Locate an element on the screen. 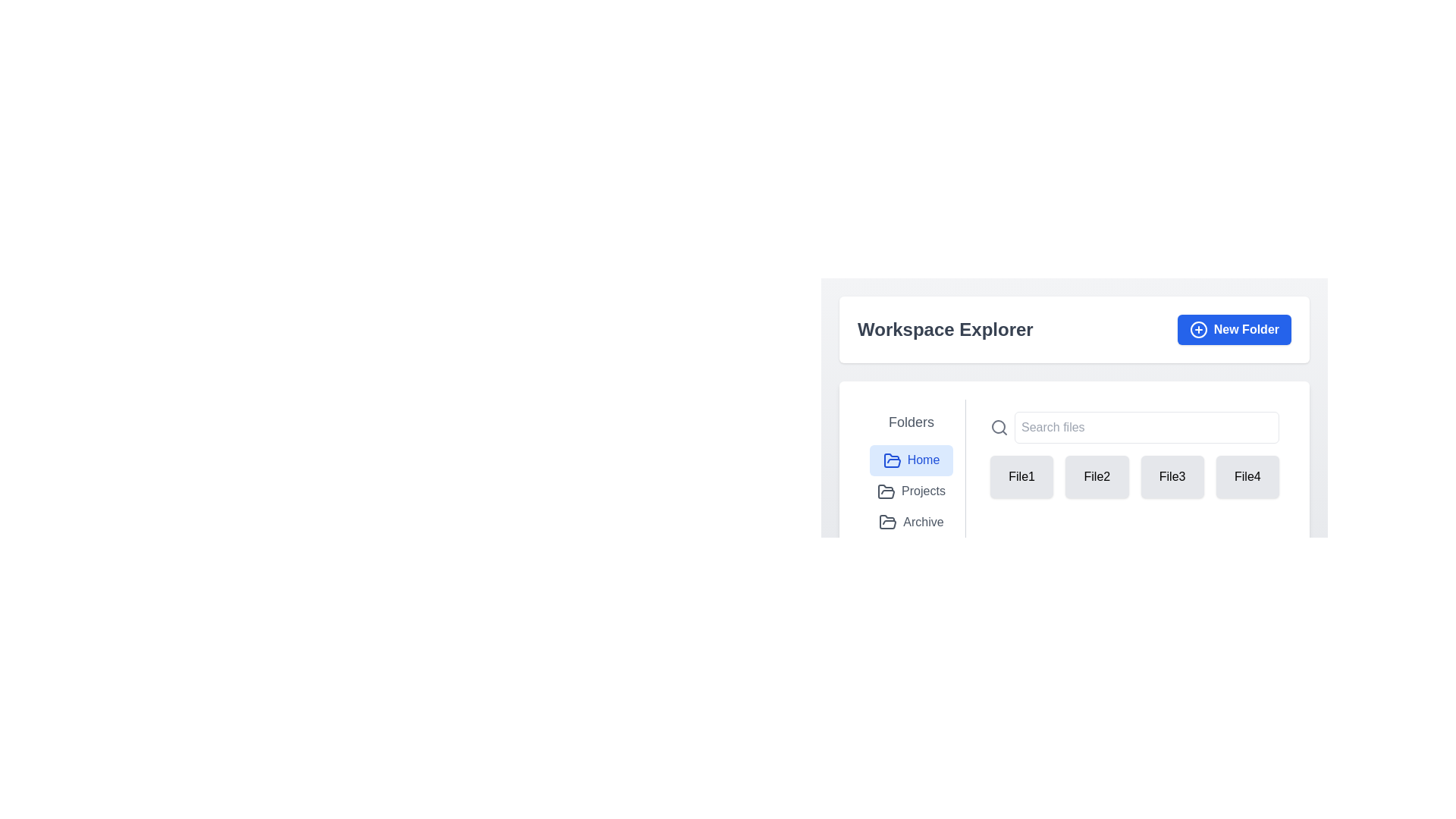 The width and height of the screenshot is (1456, 819). the blue rectangular button labeled 'New Folder' with a plus icon to initiate the folder creation is located at coordinates (1234, 329).